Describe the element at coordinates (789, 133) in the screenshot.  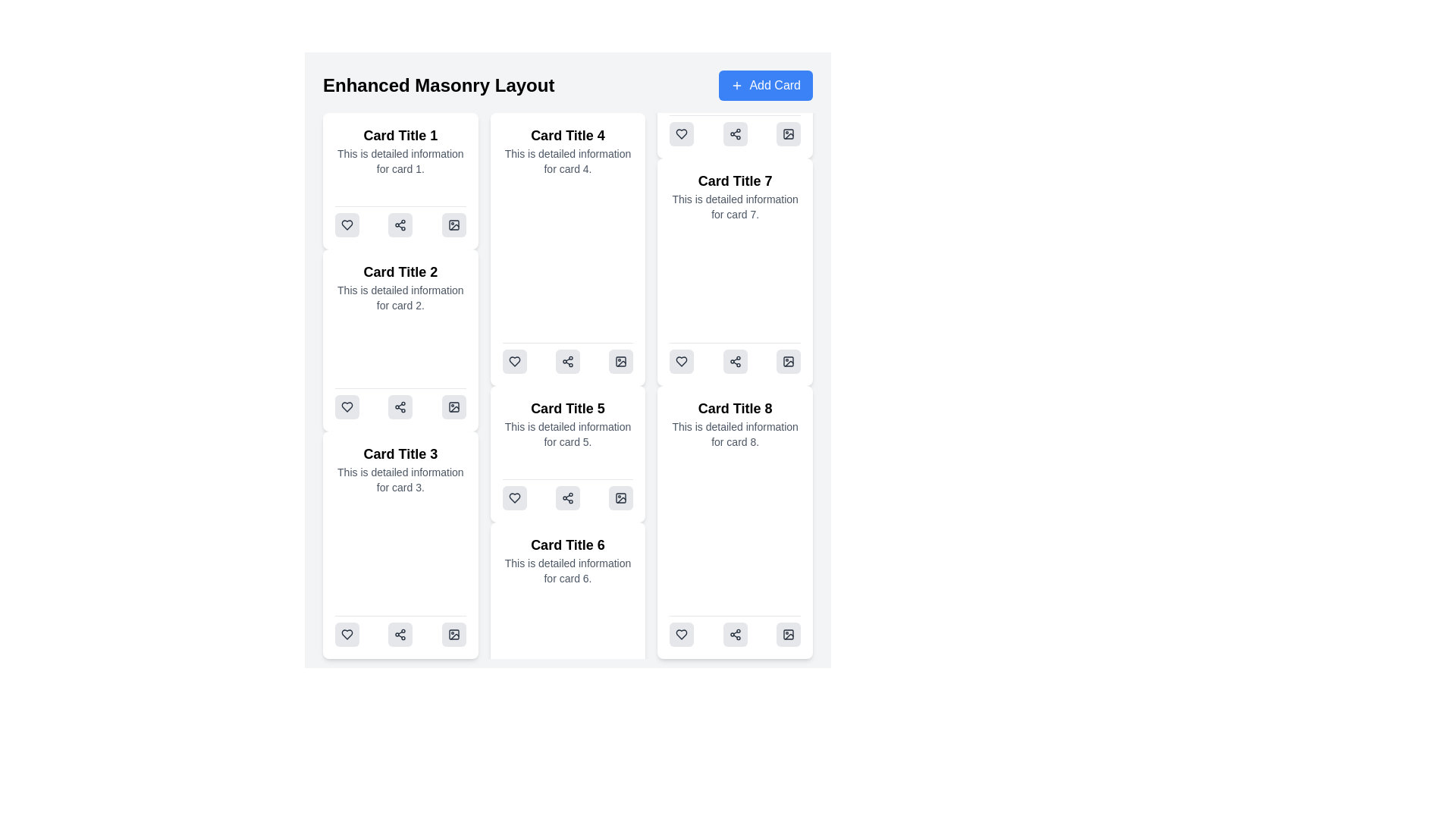
I see `the third button in the control panel of 'Card Title 7'` at that location.